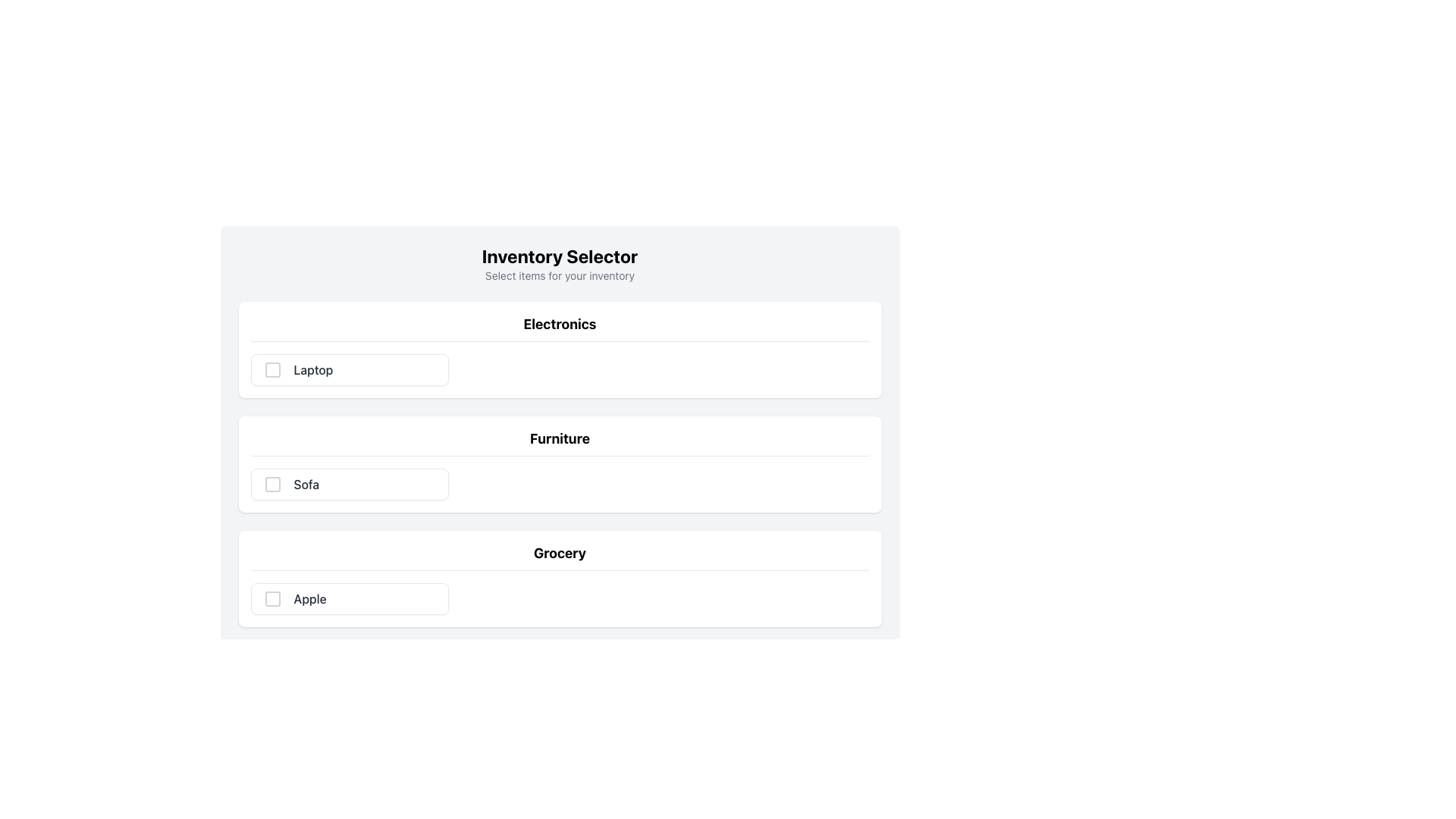  Describe the element at coordinates (306, 485) in the screenshot. I see `the 'Sofa' text label in the 'Furniture' category, which is located to the right of the checkbox icon and positioned in the middle section of the interface` at that location.